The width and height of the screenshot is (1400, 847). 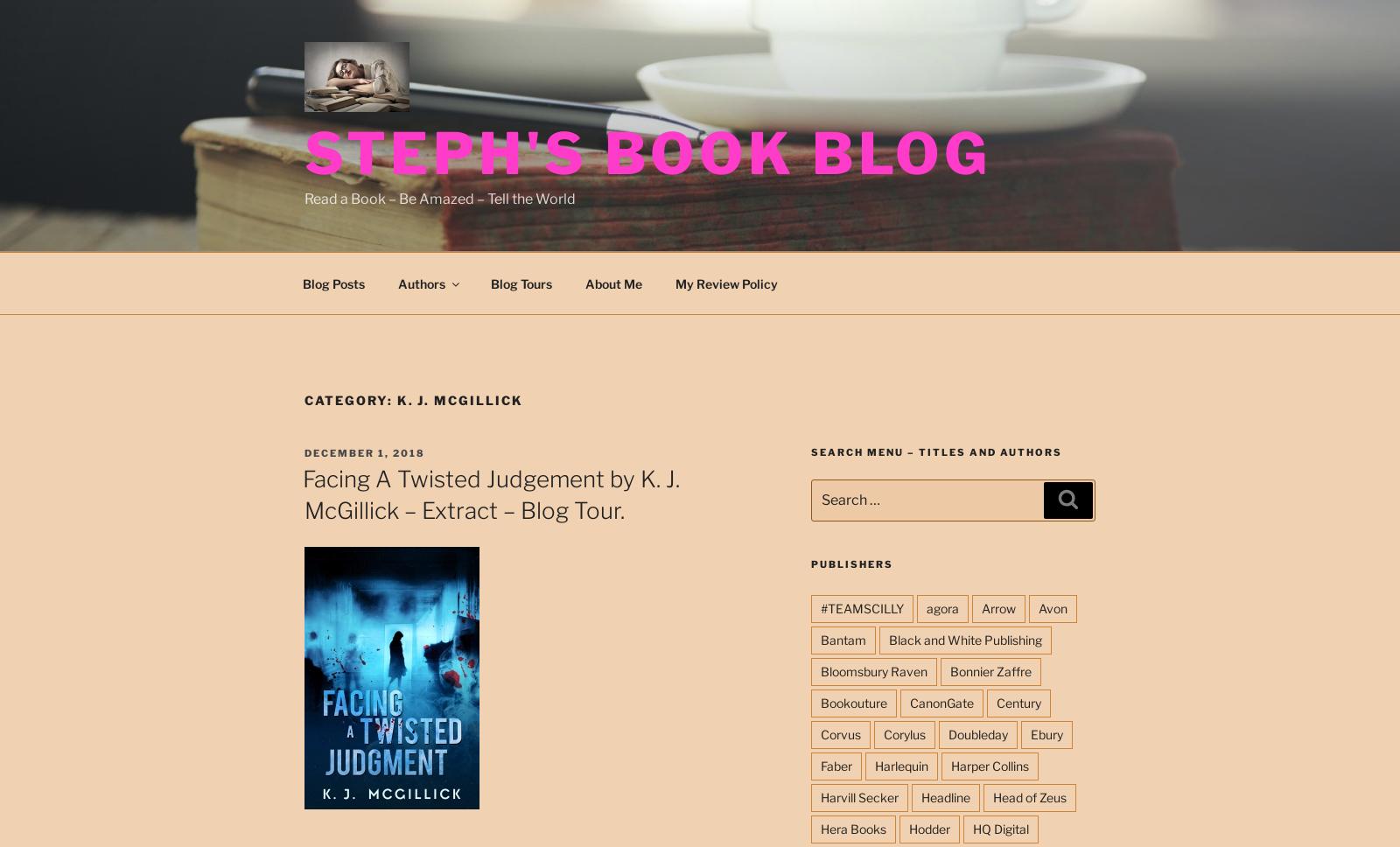 What do you see at coordinates (935, 452) in the screenshot?
I see `'Search Menu – Titles and Authors'` at bounding box center [935, 452].